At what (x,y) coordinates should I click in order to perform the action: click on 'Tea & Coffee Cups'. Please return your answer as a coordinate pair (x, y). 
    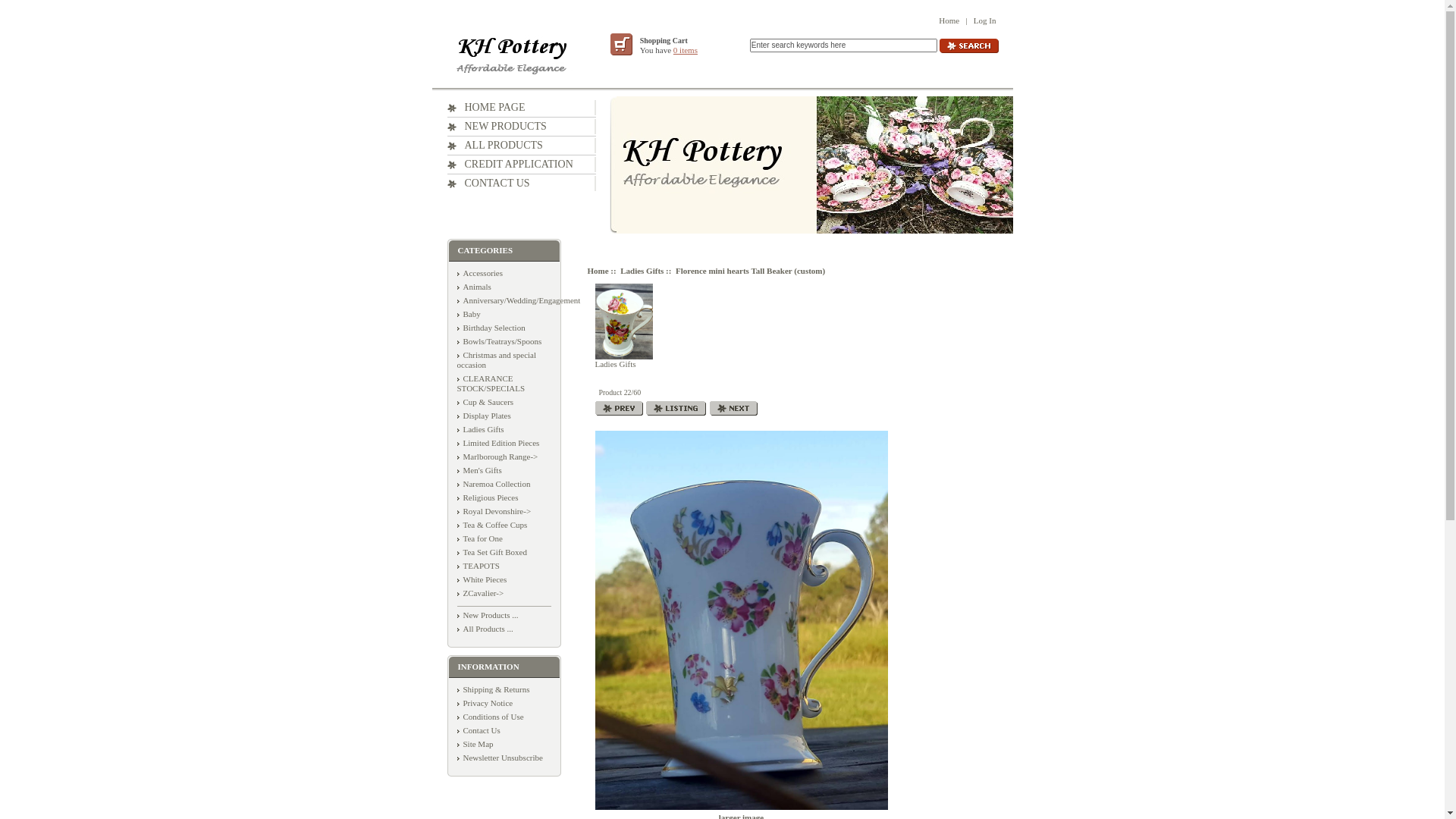
    Looking at the image, I should click on (491, 523).